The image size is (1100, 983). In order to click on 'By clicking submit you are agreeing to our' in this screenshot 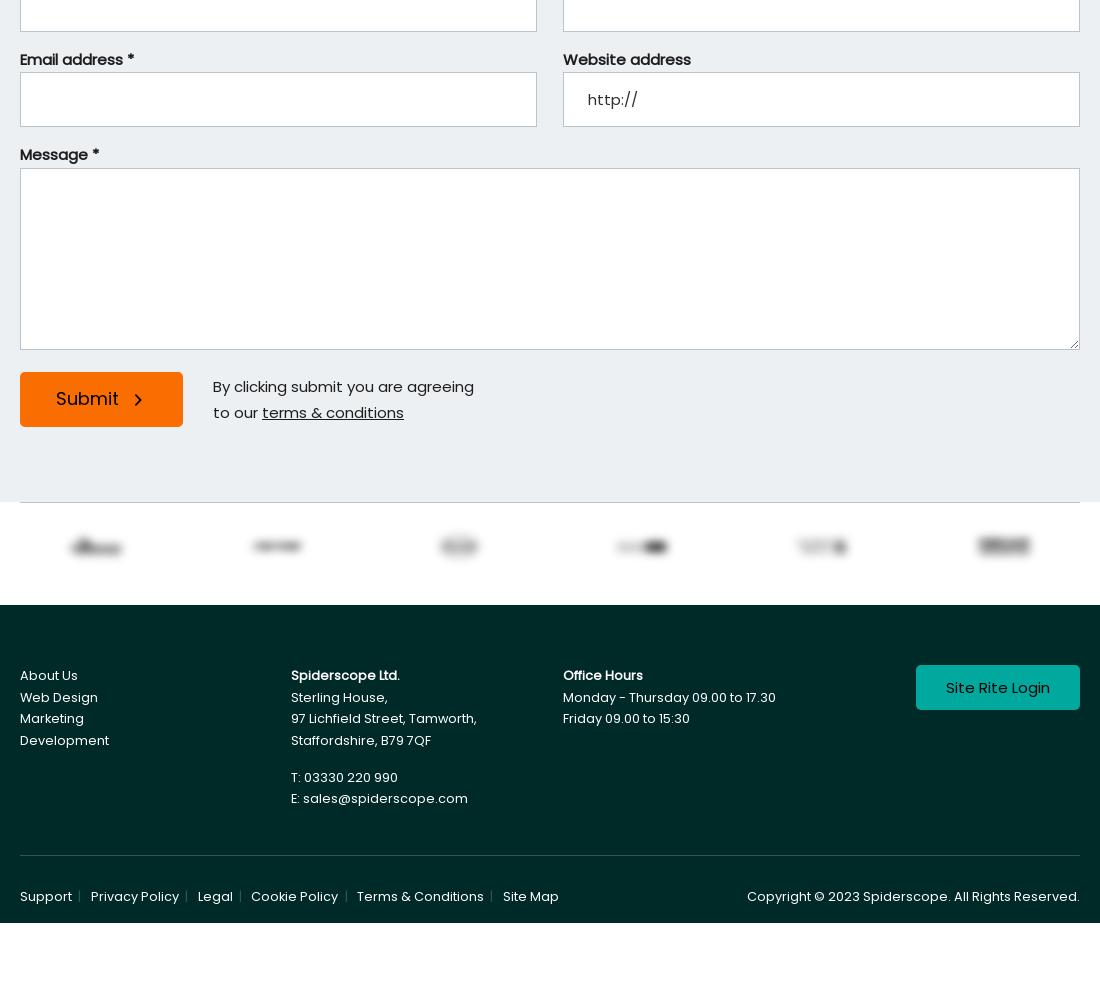, I will do `click(342, 397)`.